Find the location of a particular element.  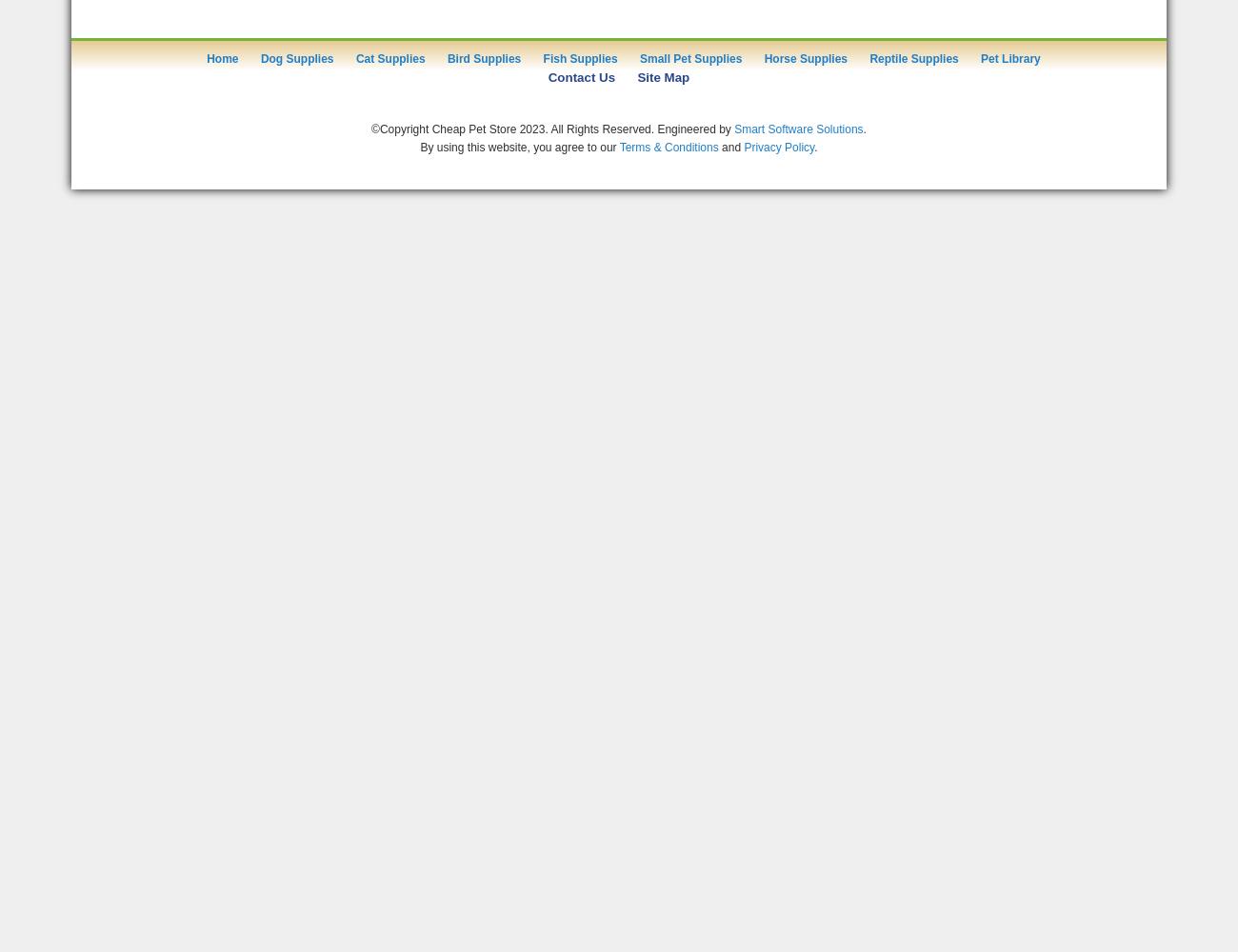

'©Copyright Cheap Pet Store 2023.
            All Rights Reserved.

            Engineered by' is located at coordinates (371, 129).